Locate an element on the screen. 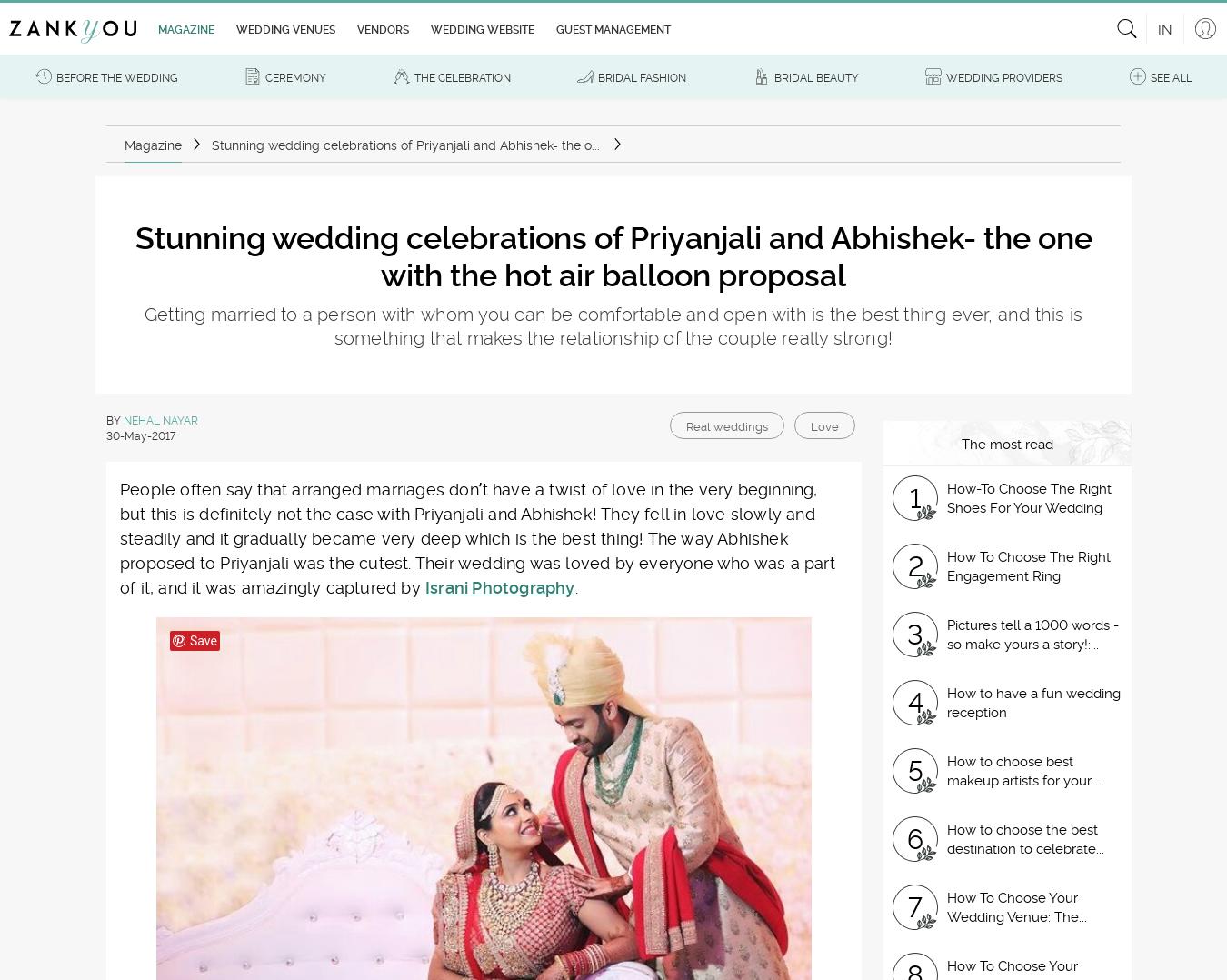 This screenshot has width=1227, height=980. 'Leave a comment' is located at coordinates (125, 667).